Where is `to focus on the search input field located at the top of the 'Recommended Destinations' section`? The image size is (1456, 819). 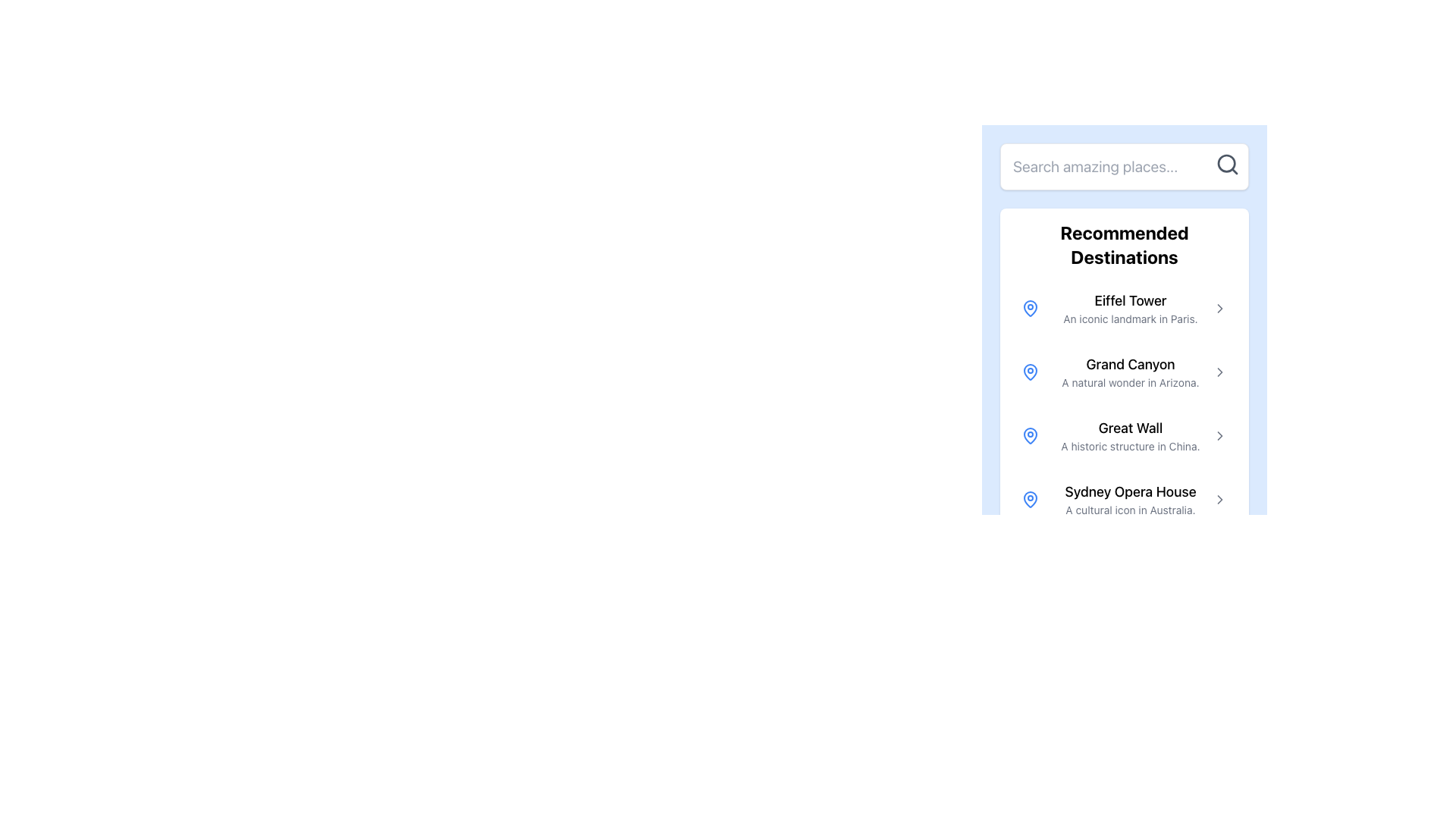
to focus on the search input field located at the top of the 'Recommended Destinations' section is located at coordinates (1125, 166).